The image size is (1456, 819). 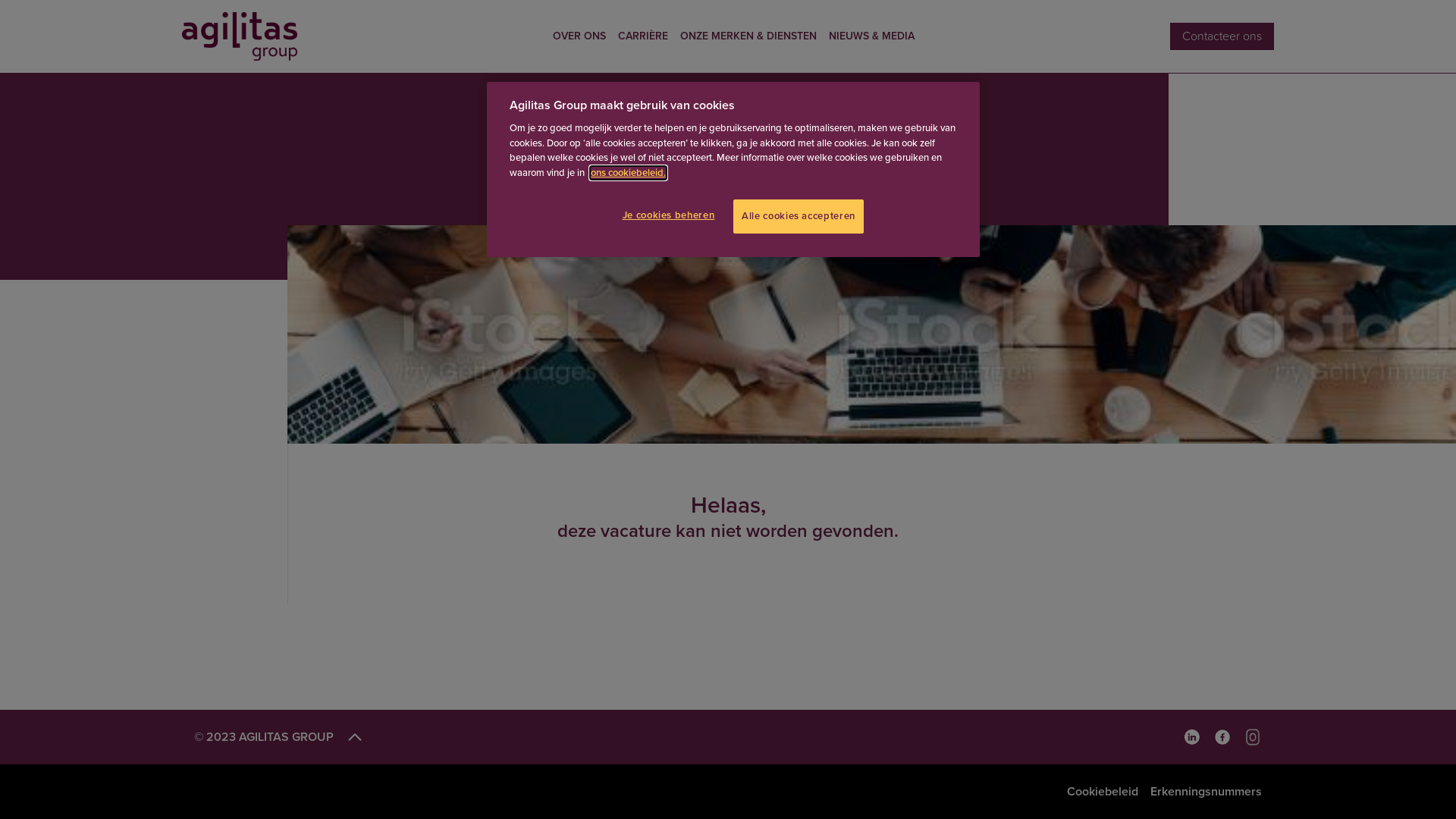 I want to click on 'ONZE MERKEN & DIENSTEN', so click(x=748, y=35).